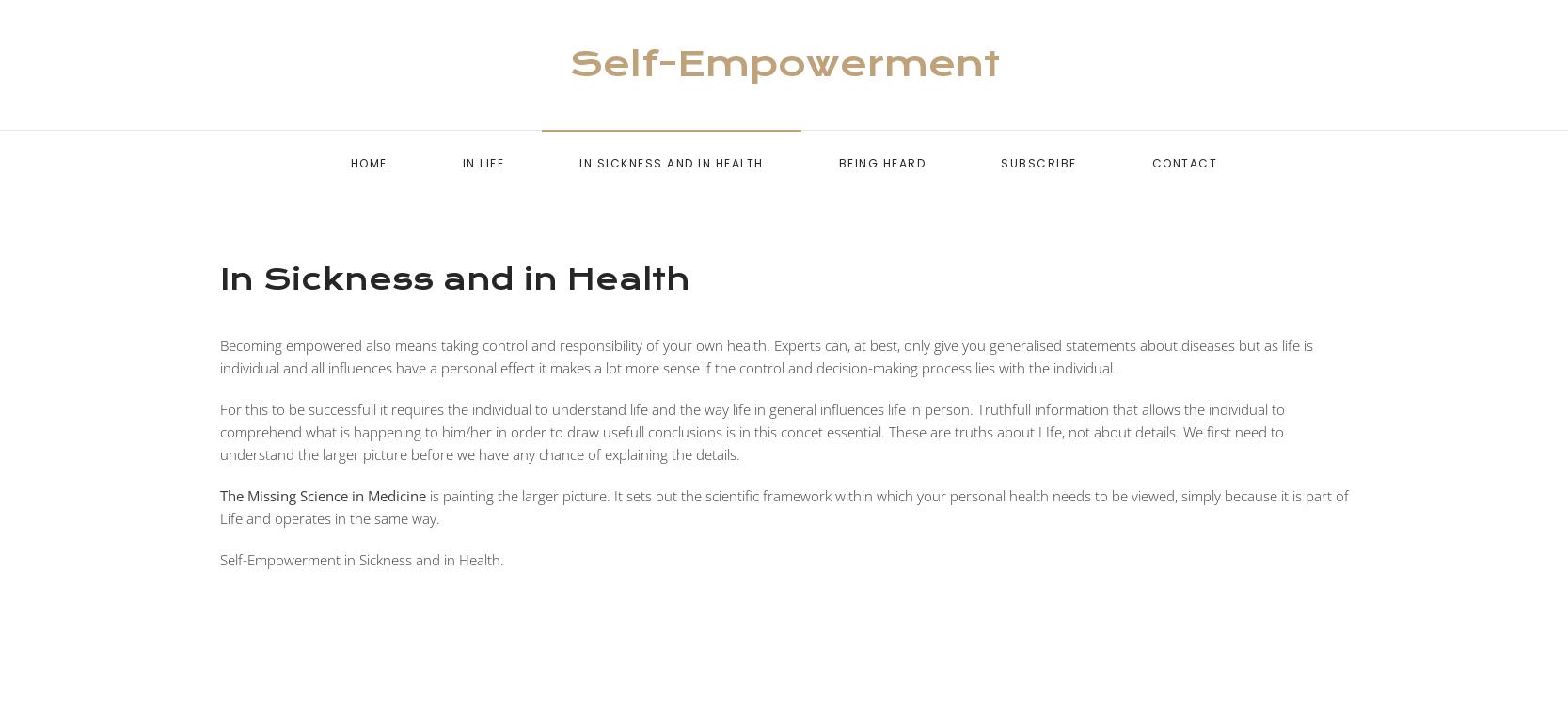  Describe the element at coordinates (360, 558) in the screenshot. I see `'Self-Empowerment in Sickness and in Health.'` at that location.